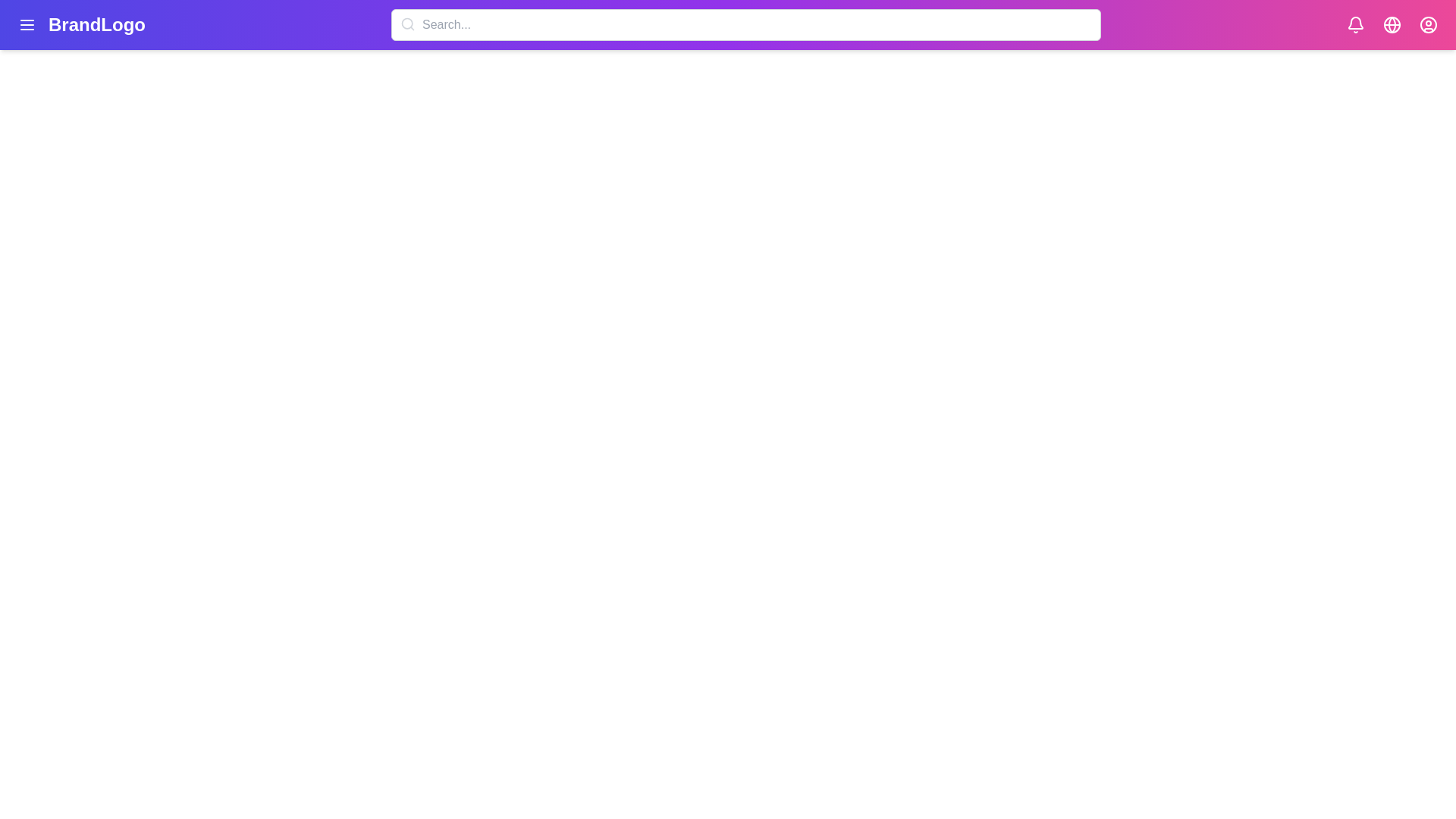 Image resolution: width=1456 pixels, height=819 pixels. I want to click on the branding composite element, which combines a logo and a supplementary icon, so click(80, 25).